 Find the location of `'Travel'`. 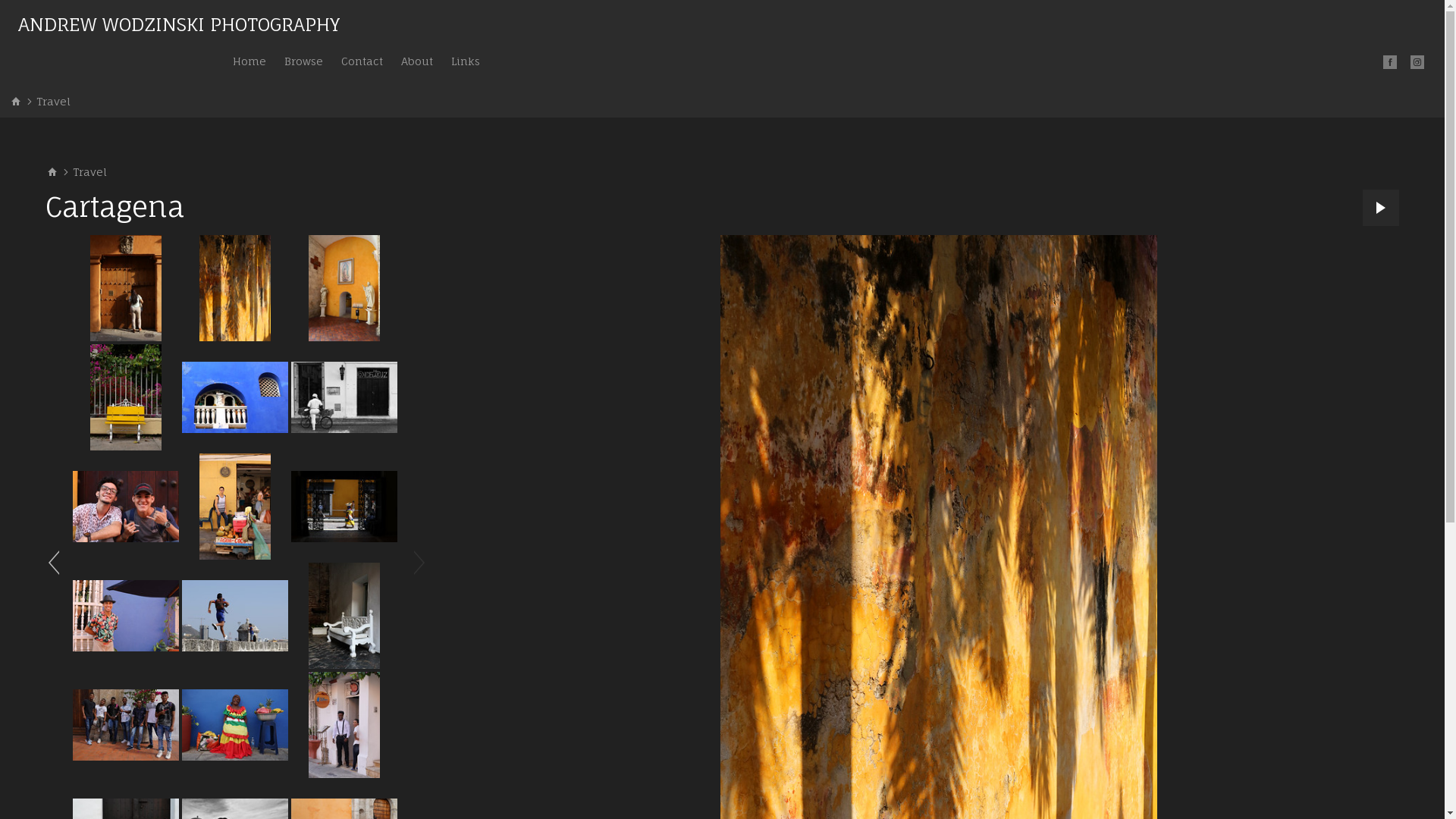

'Travel' is located at coordinates (53, 101).